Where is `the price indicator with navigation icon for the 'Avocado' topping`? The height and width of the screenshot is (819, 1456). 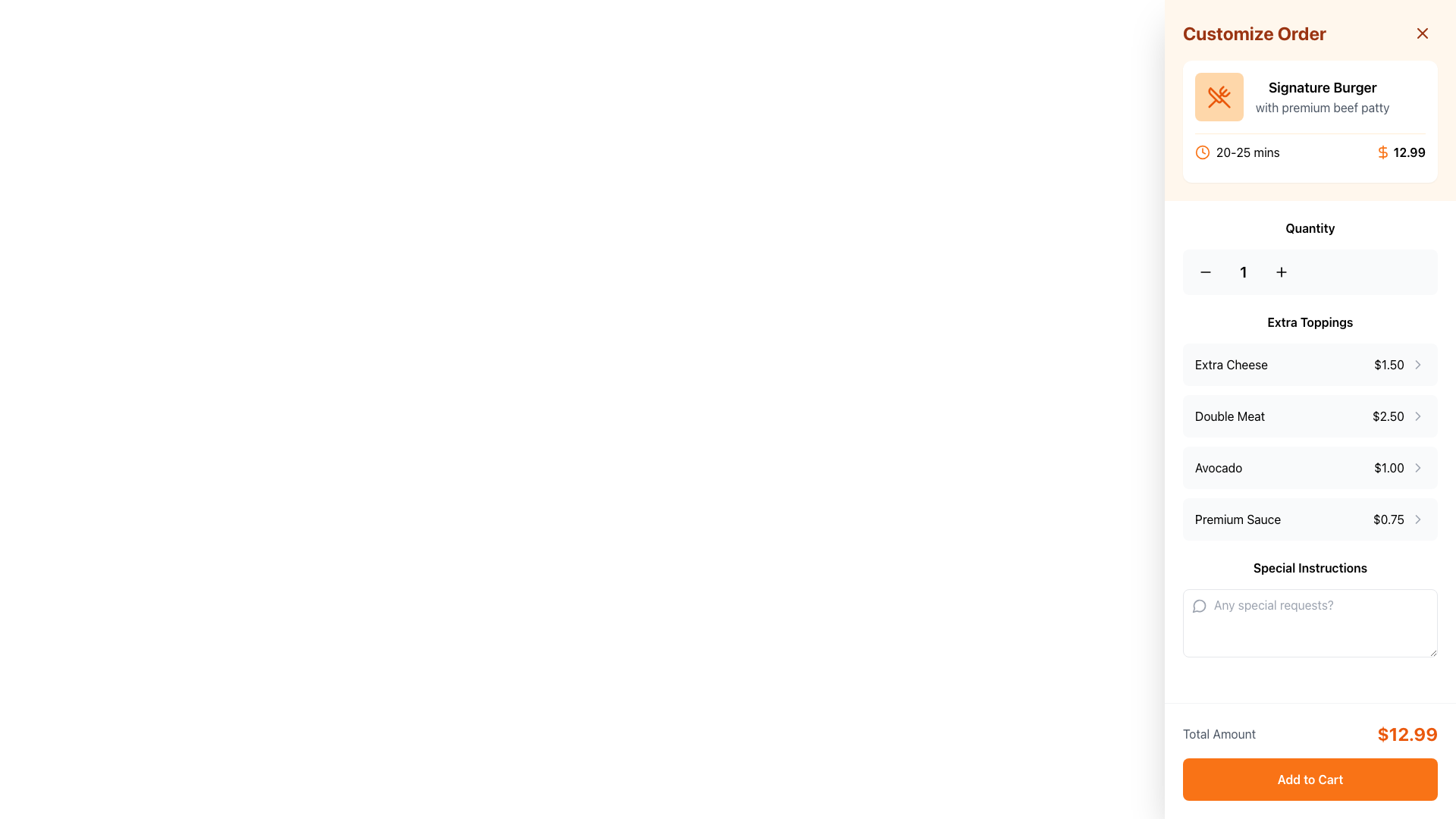
the price indicator with navigation icon for the 'Avocado' topping is located at coordinates (1399, 467).